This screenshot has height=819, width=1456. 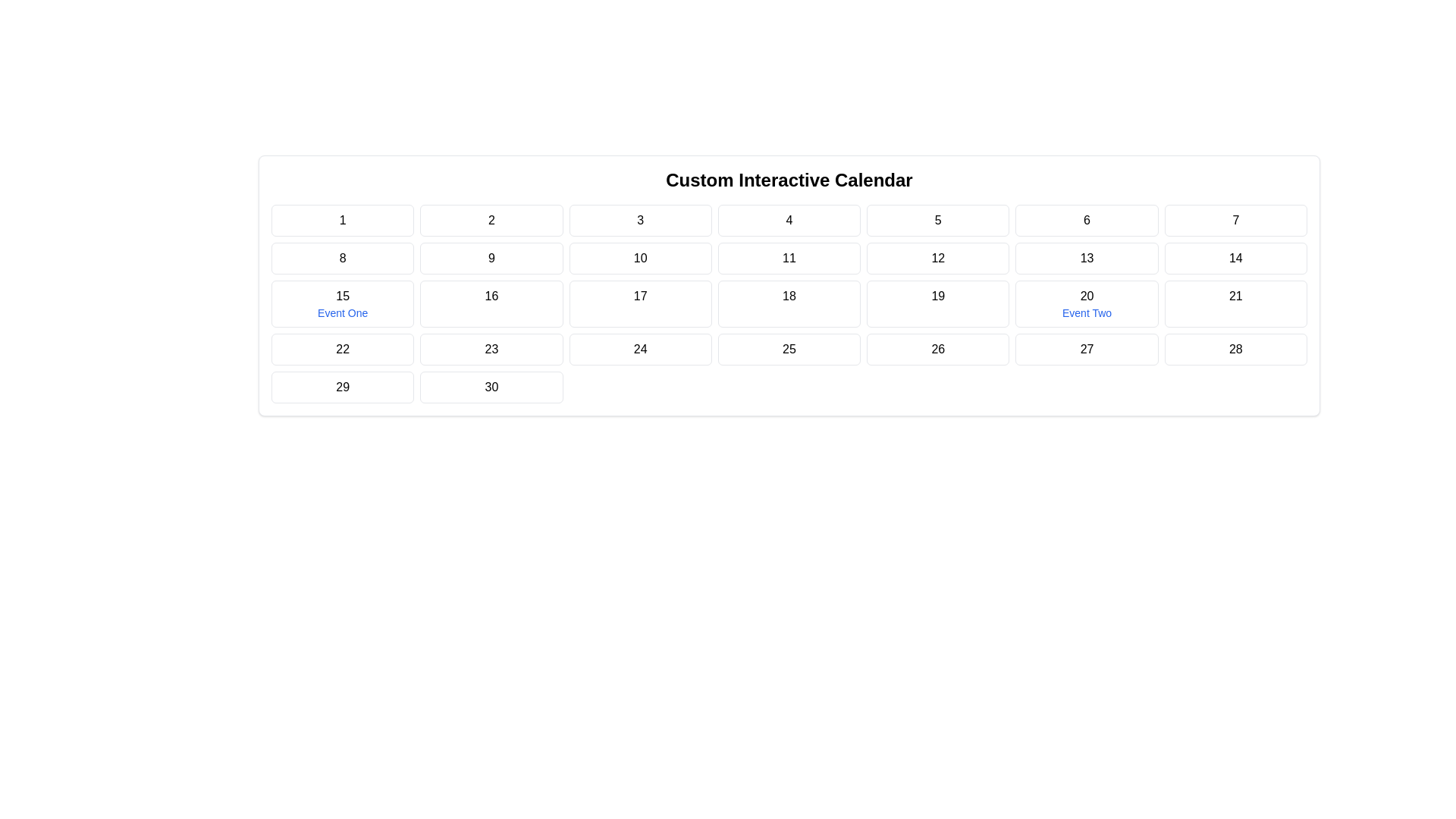 What do you see at coordinates (342, 312) in the screenshot?
I see `the non-interactive text label providing information about the event on the 15th day of the month, located below the number '15' in the calendar grid` at bounding box center [342, 312].